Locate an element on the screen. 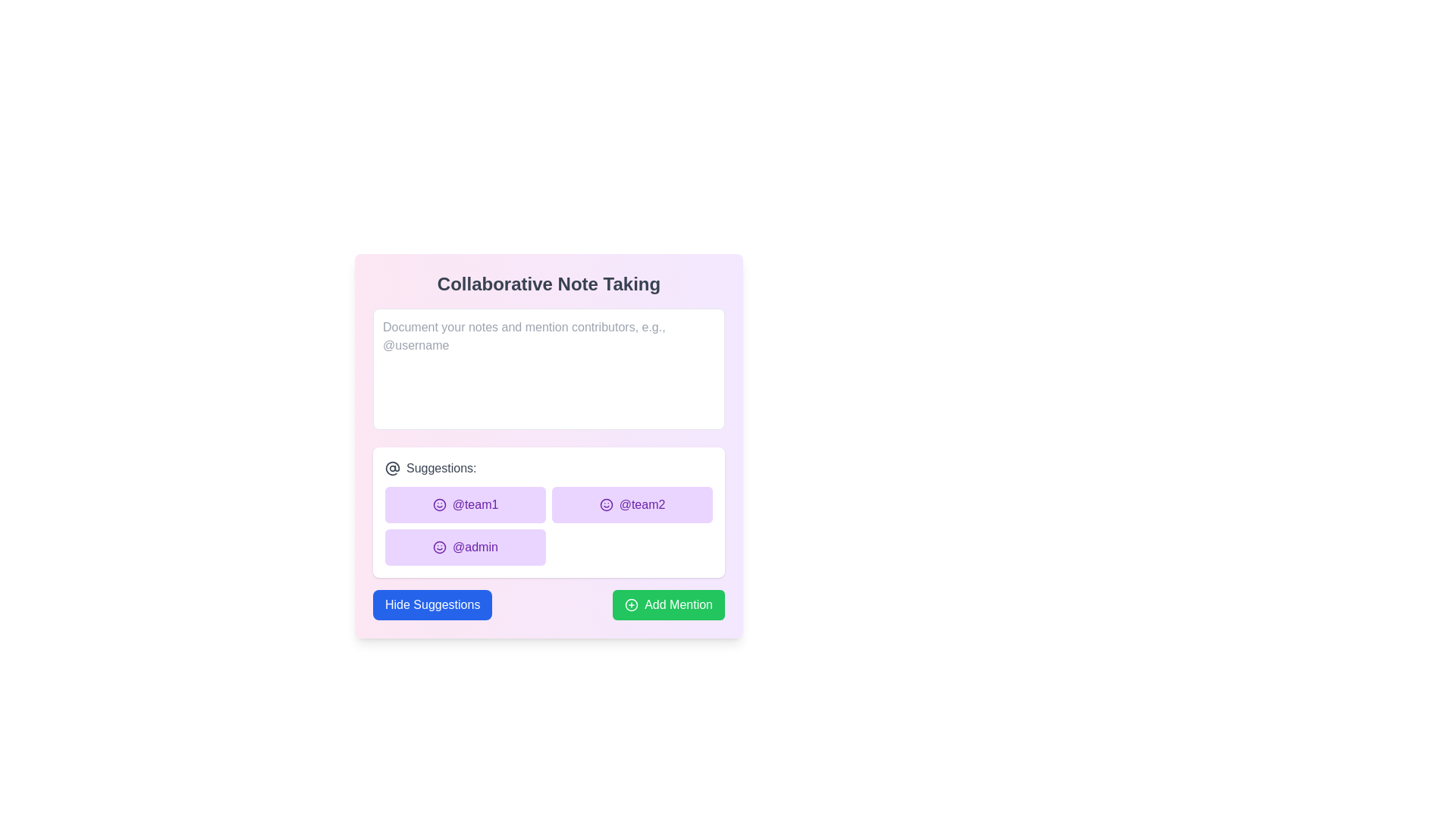  the central circular outline of the SVG smiley icon, which is part of the admin user representation in the suggestions section marked '@admin' is located at coordinates (439, 547).